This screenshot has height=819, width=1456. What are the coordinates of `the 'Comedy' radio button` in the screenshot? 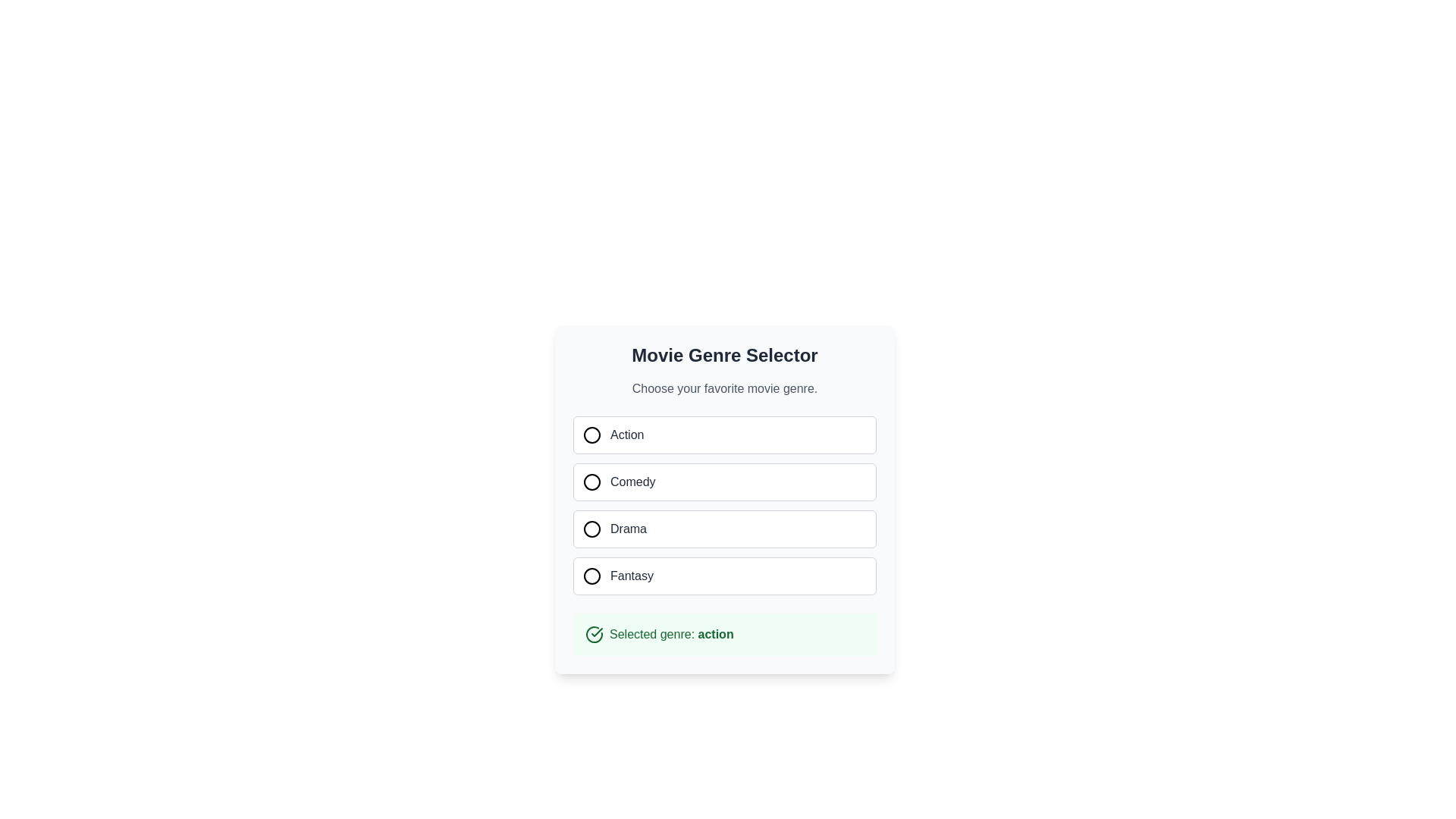 It's located at (619, 482).